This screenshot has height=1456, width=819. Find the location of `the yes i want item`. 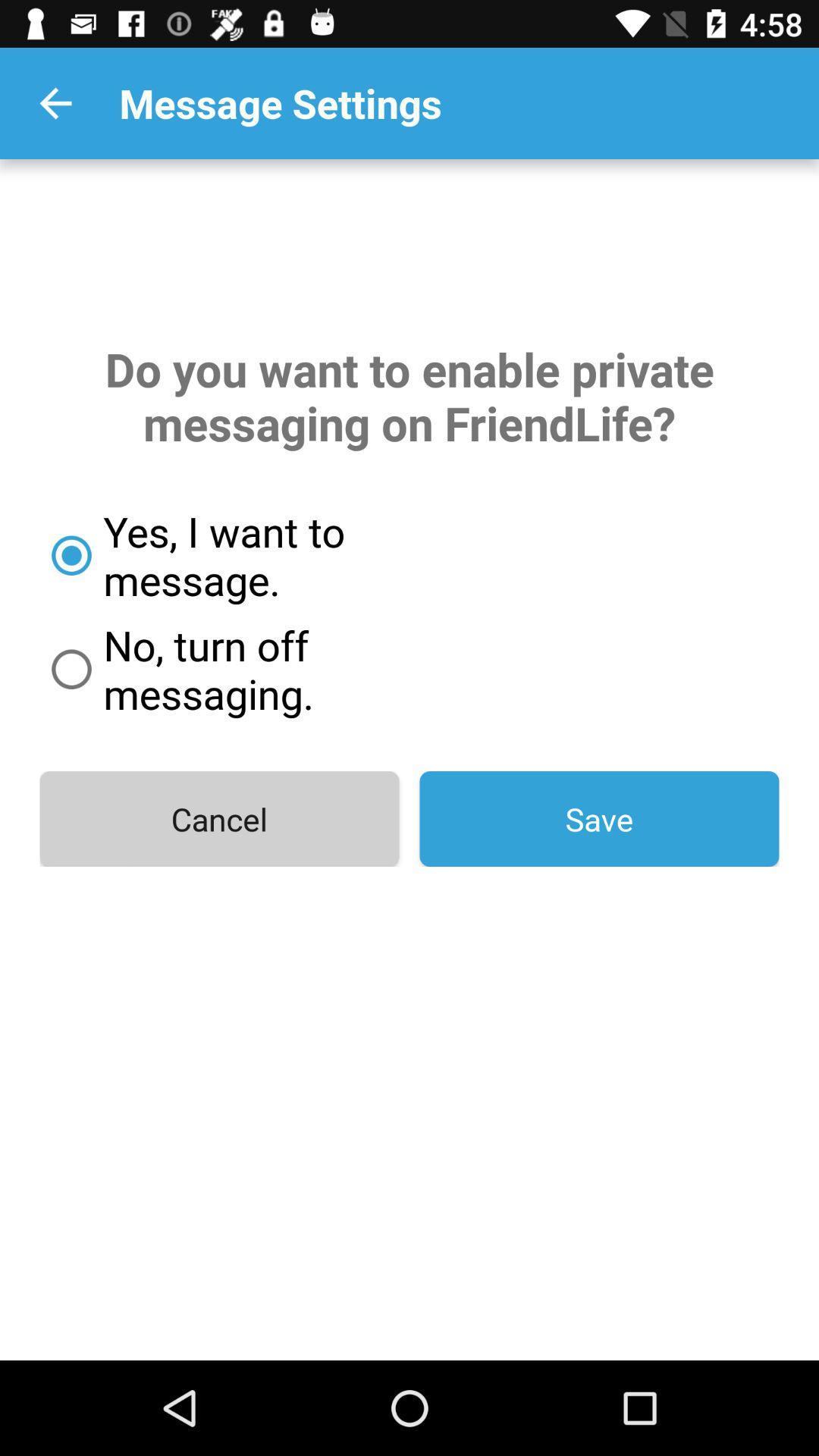

the yes i want item is located at coordinates (278, 554).